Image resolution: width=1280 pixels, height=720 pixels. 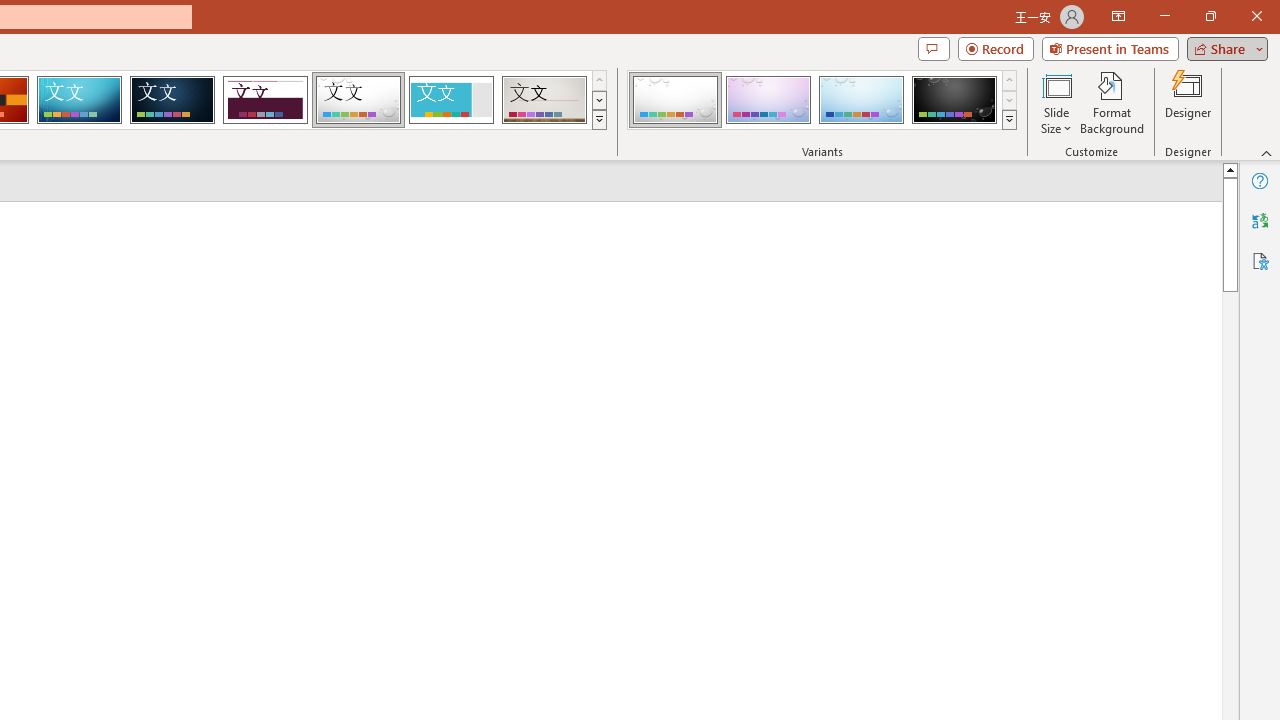 What do you see at coordinates (861, 100) in the screenshot?
I see `'Droplet Variant 3'` at bounding box center [861, 100].